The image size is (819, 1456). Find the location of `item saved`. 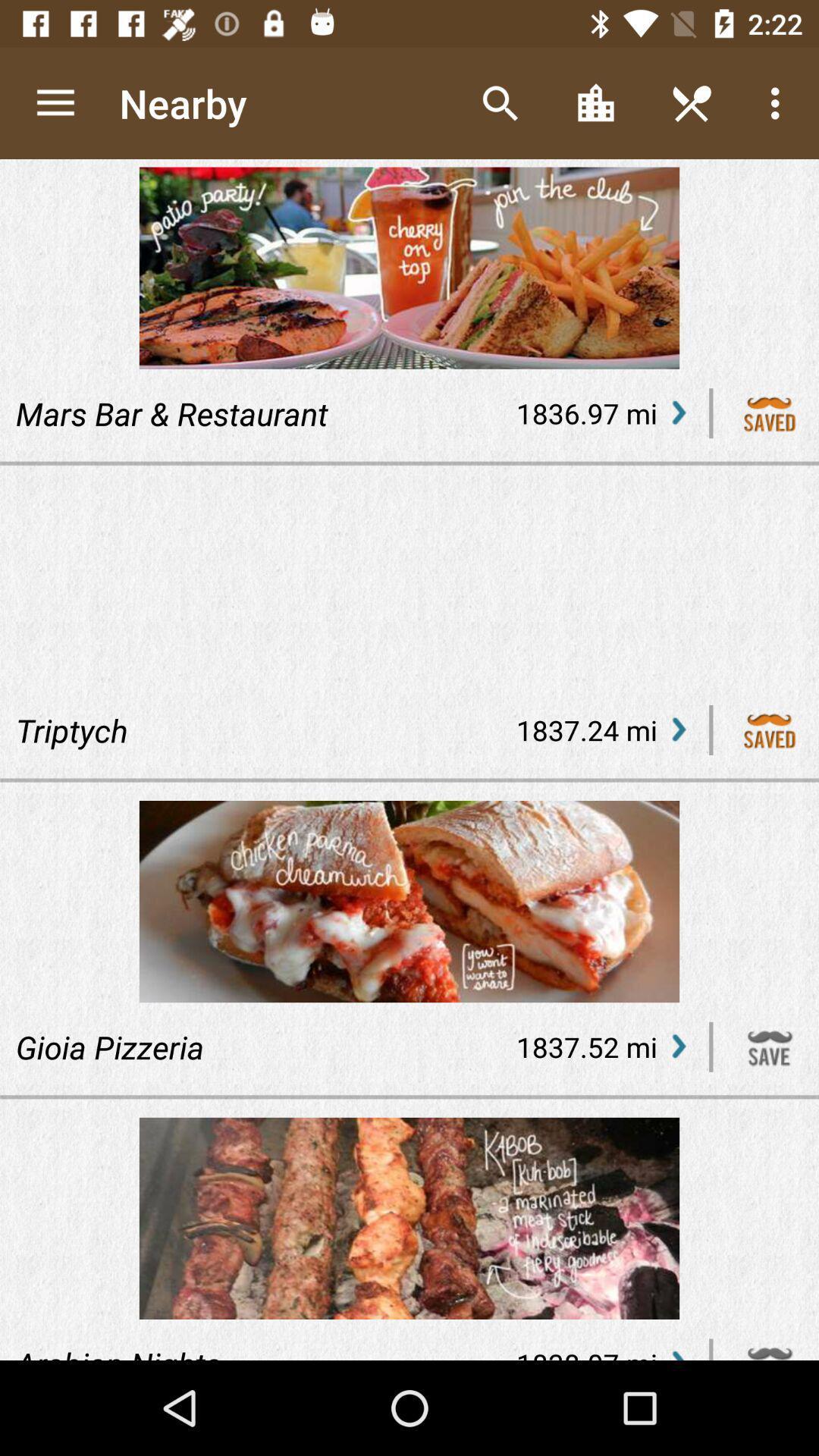

item saved is located at coordinates (770, 413).